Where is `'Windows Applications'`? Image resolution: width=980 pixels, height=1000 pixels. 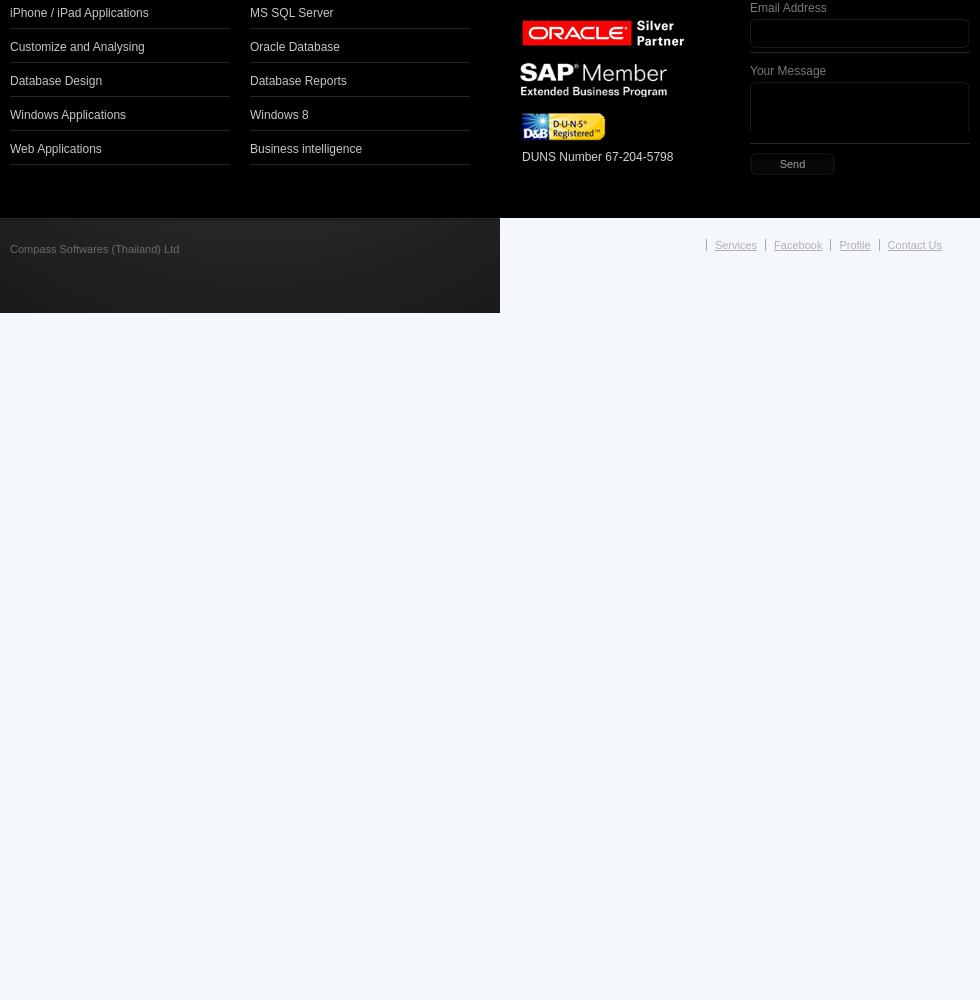
'Windows Applications' is located at coordinates (68, 113).